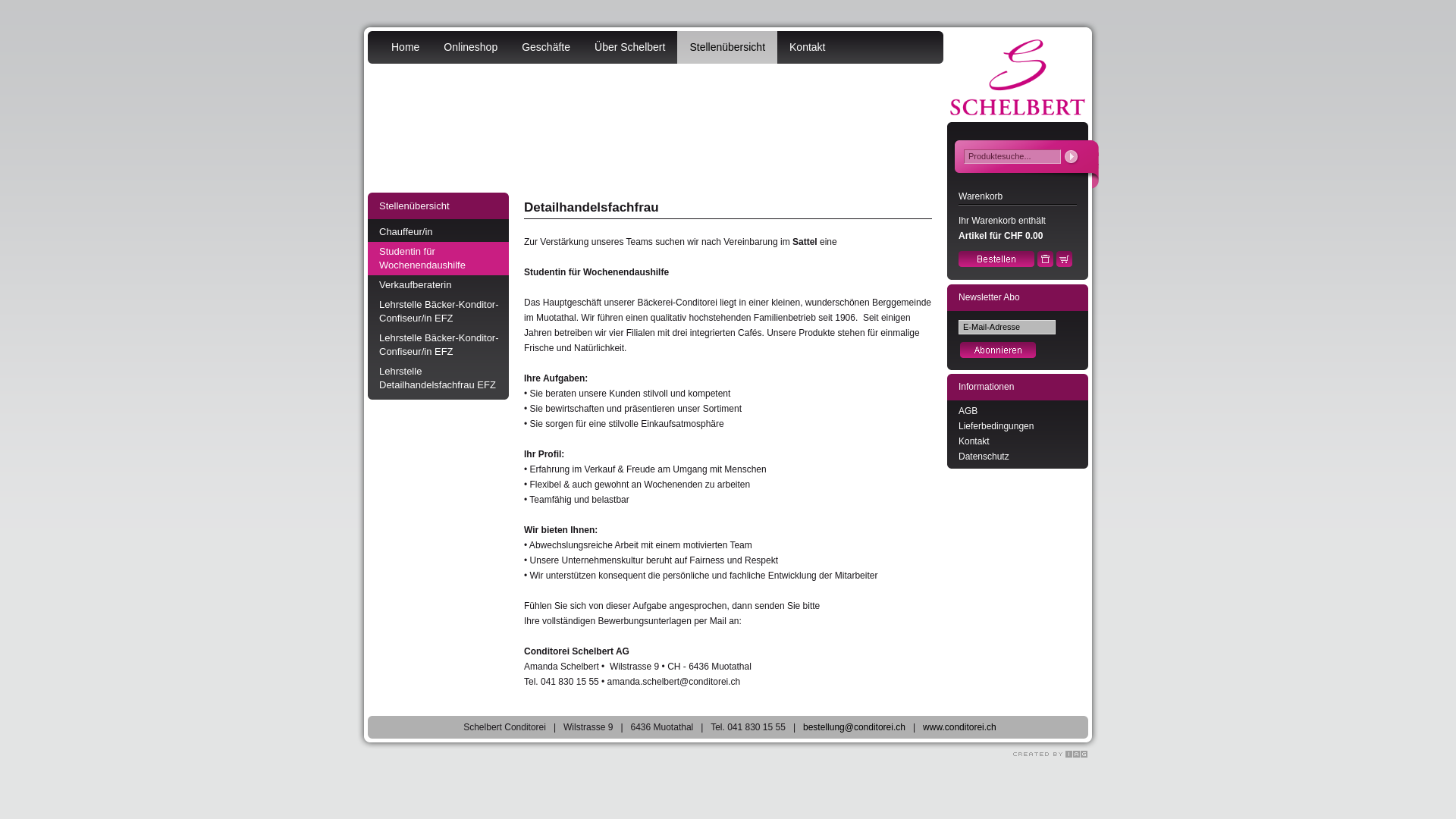  Describe the element at coordinates (984, 455) in the screenshot. I see `'Datenschutz'` at that location.